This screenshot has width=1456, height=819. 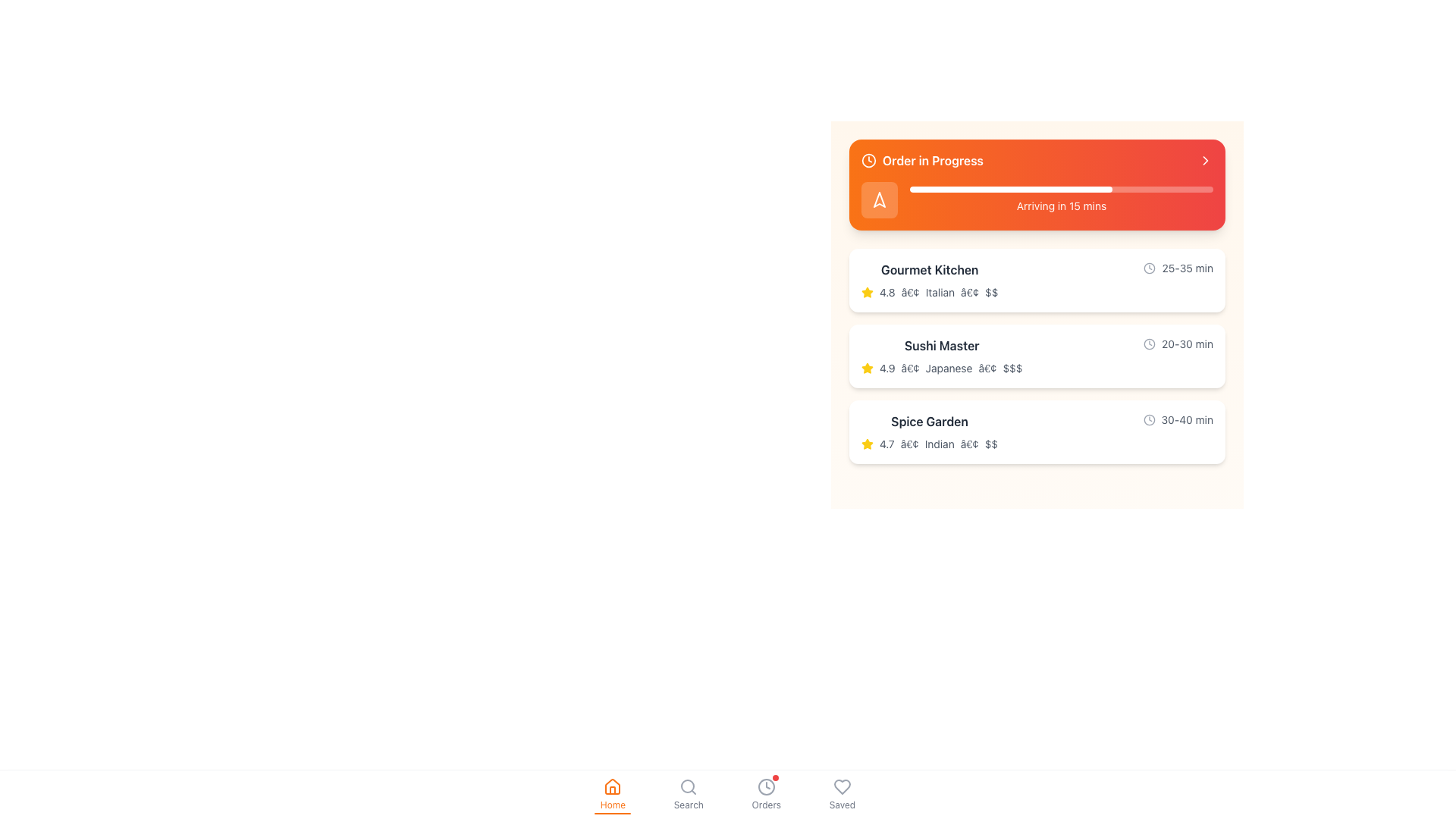 What do you see at coordinates (867, 444) in the screenshot?
I see `the yellow star icon representing a rating element located to the left of the text '4.7' under the 'Spice Garden' entry in the third card below the 'Order in Progress' banner` at bounding box center [867, 444].